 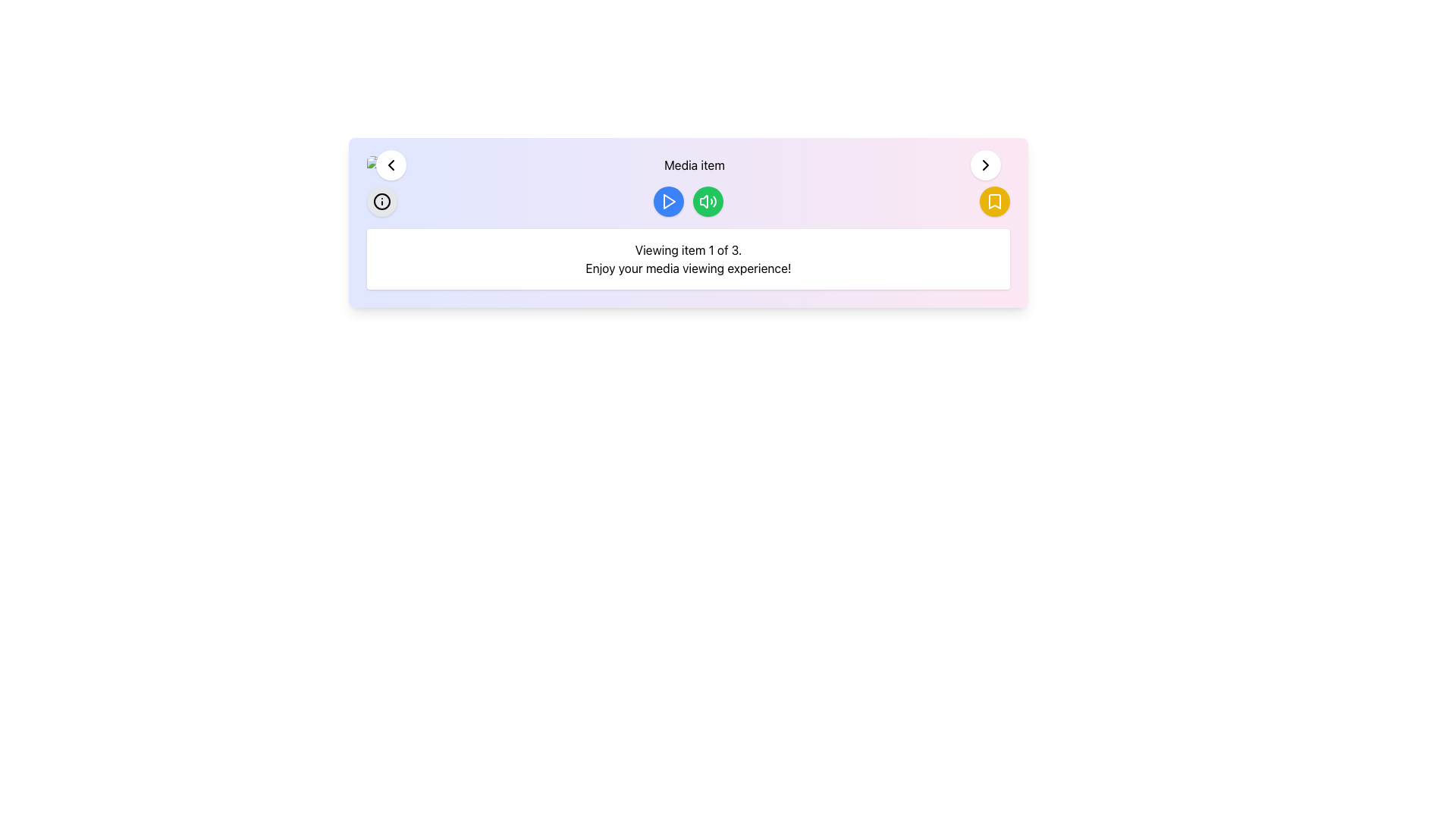 What do you see at coordinates (391, 165) in the screenshot?
I see `the circular button with a white background and a leftward-pointing chevron icon` at bounding box center [391, 165].